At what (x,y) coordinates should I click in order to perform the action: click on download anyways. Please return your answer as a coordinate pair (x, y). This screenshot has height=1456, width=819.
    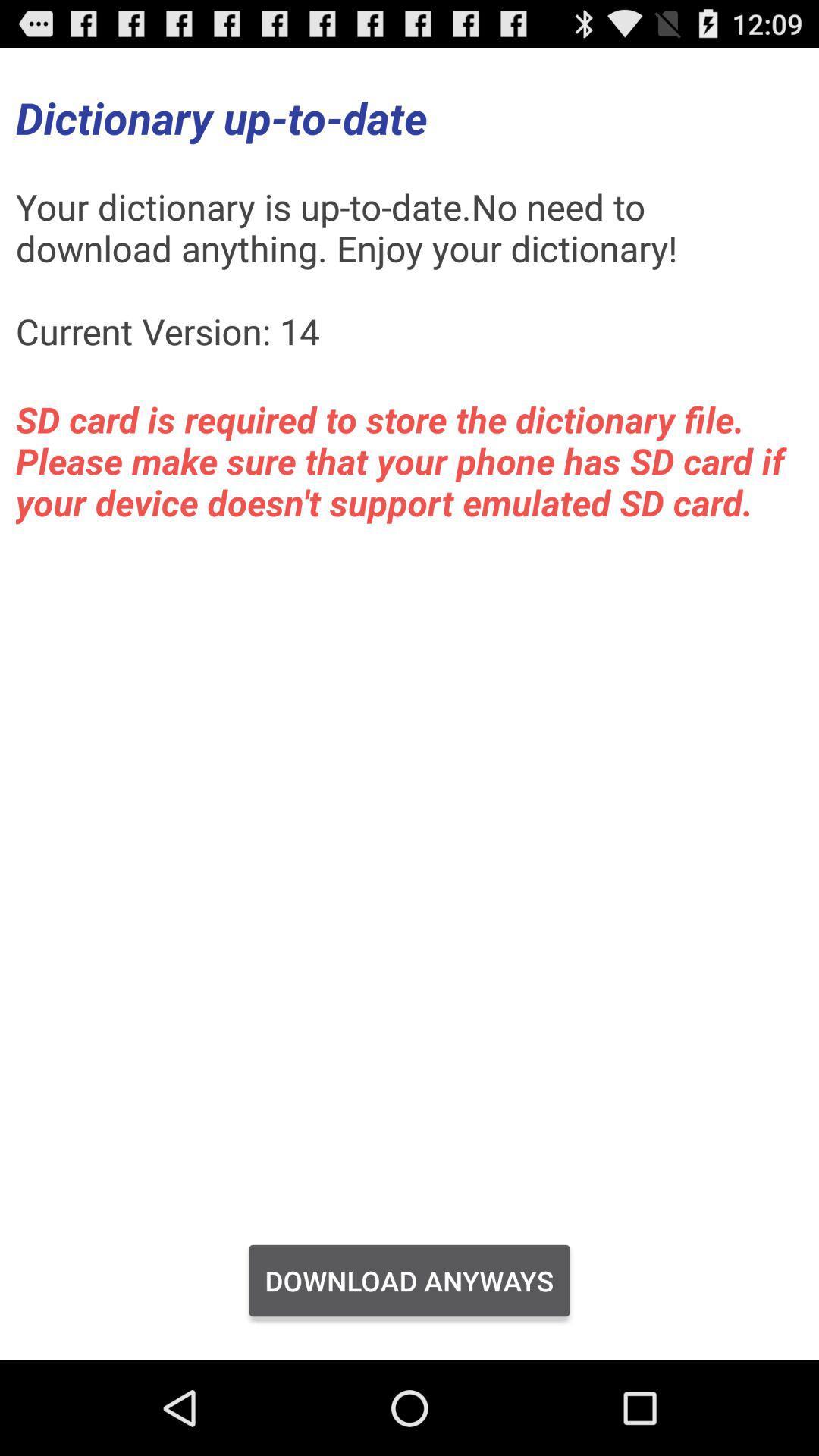
    Looking at the image, I should click on (409, 1280).